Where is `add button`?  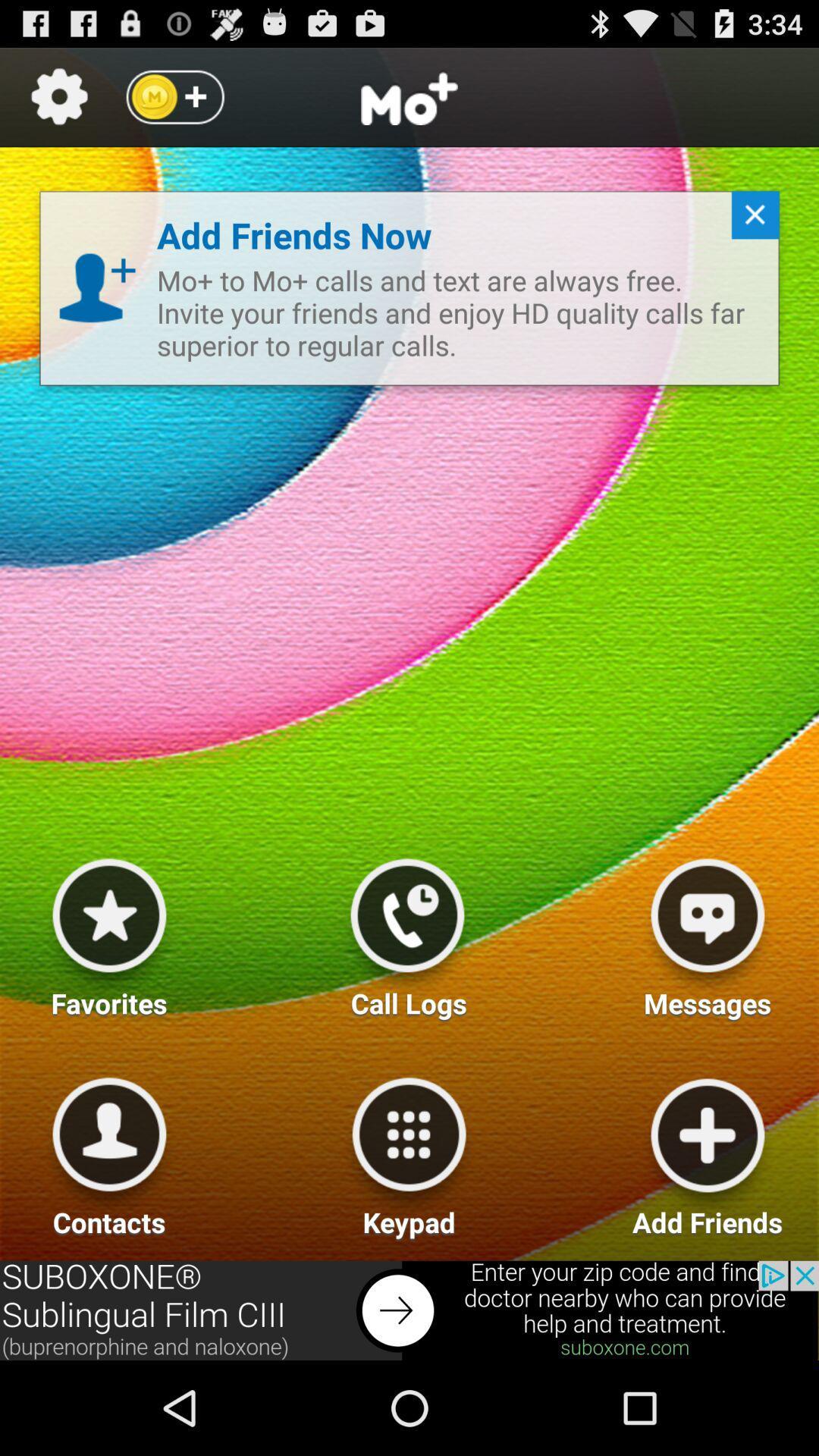
add button is located at coordinates (708, 1151).